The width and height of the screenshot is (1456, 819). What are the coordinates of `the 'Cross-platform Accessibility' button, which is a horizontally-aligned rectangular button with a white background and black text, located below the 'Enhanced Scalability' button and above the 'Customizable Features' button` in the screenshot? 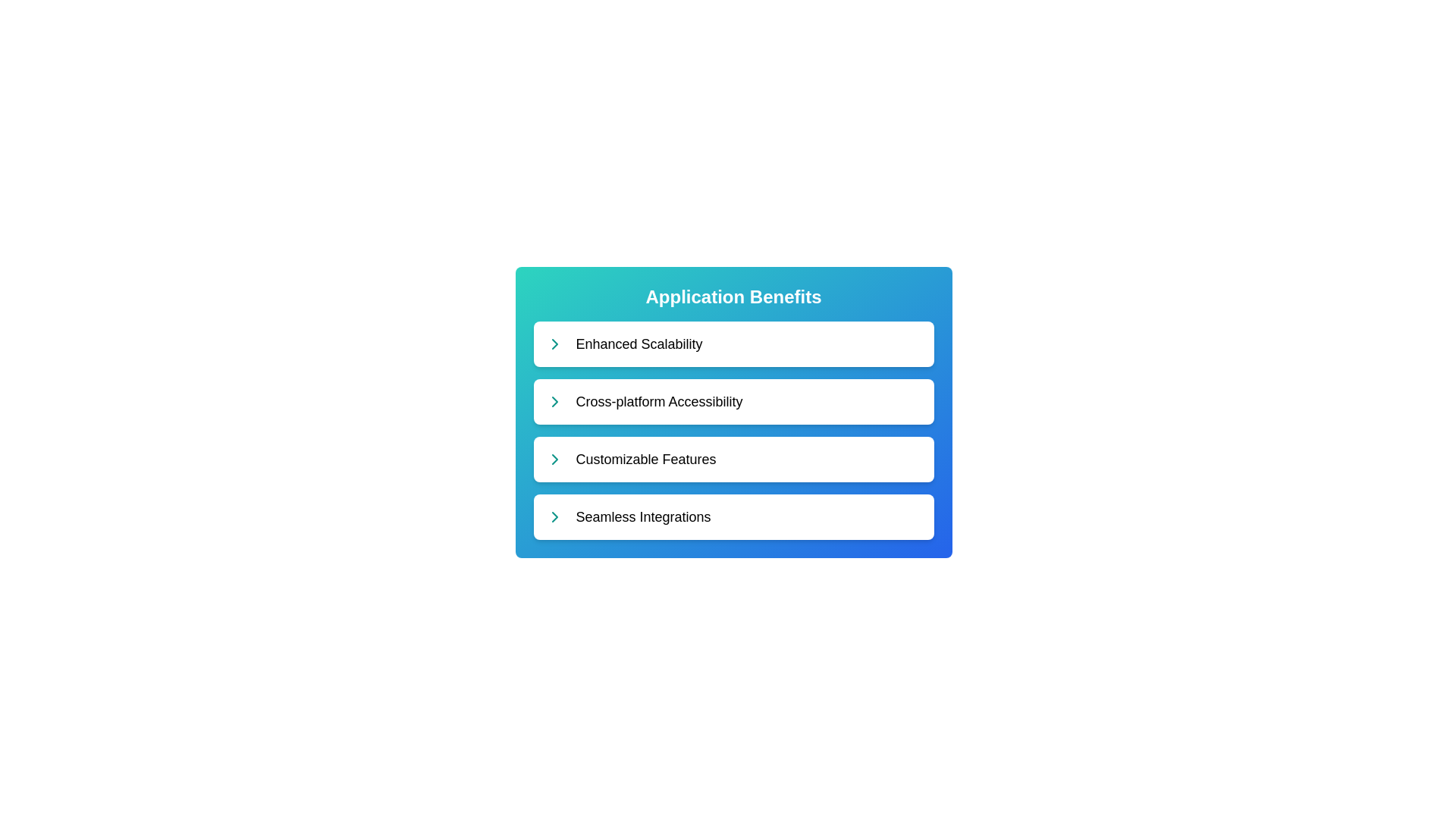 It's located at (733, 400).